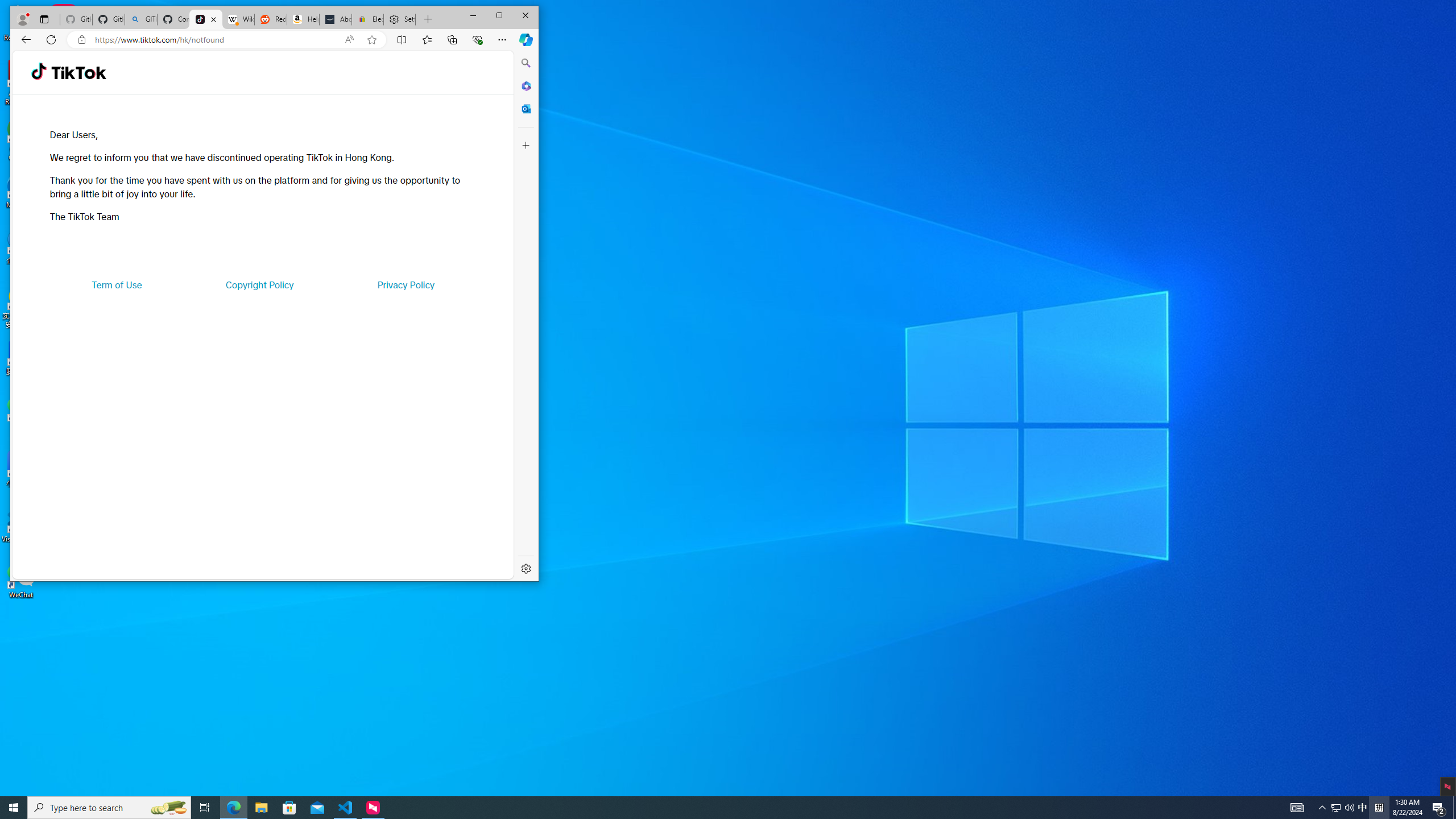 The height and width of the screenshot is (819, 1456). Describe the element at coordinates (1454, 806) in the screenshot. I see `'Show desktop'` at that location.